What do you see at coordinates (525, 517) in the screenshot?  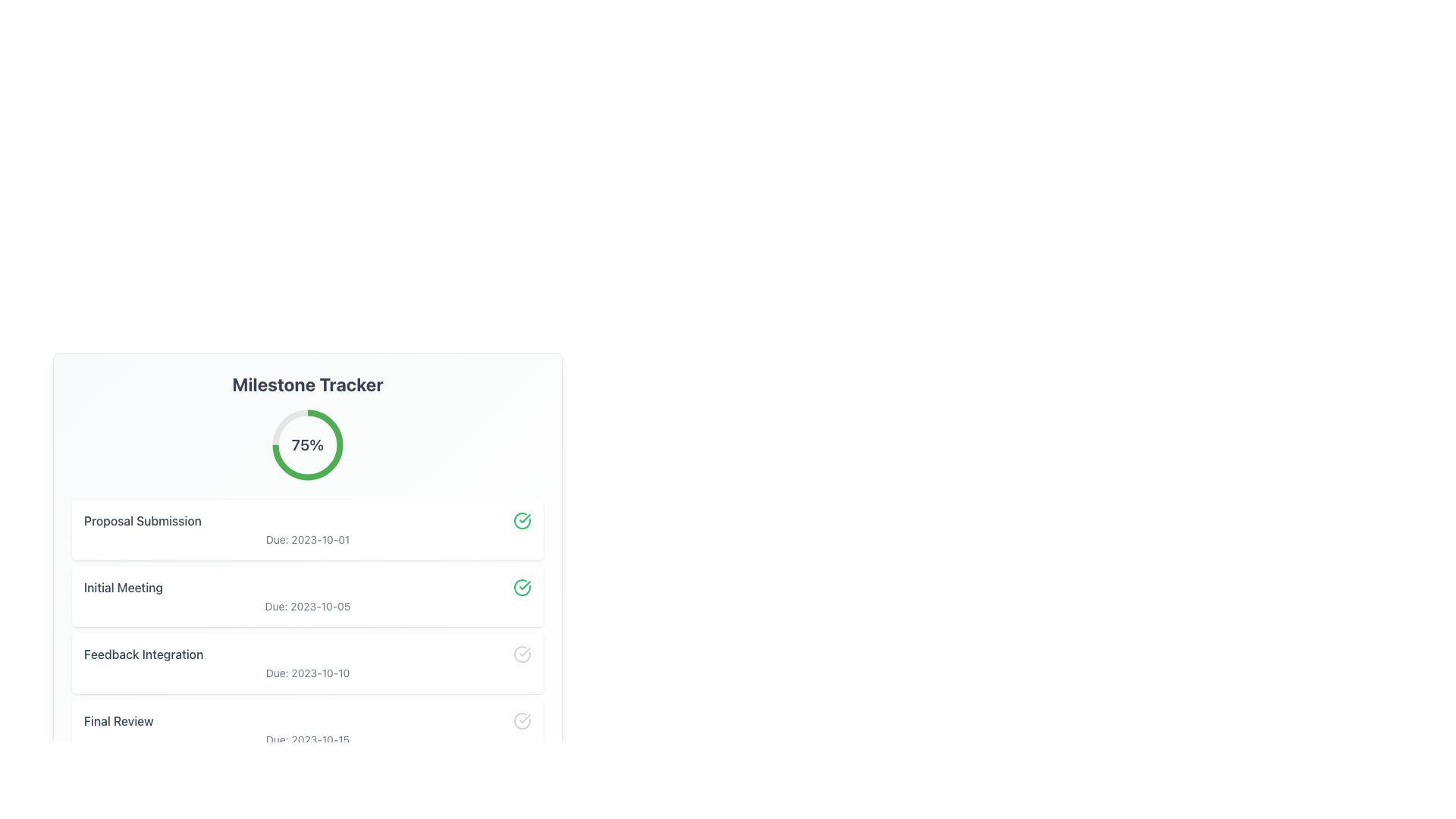 I see `the green checkmark icon associated with the 'Initial Meeting' milestone in the task list` at bounding box center [525, 517].